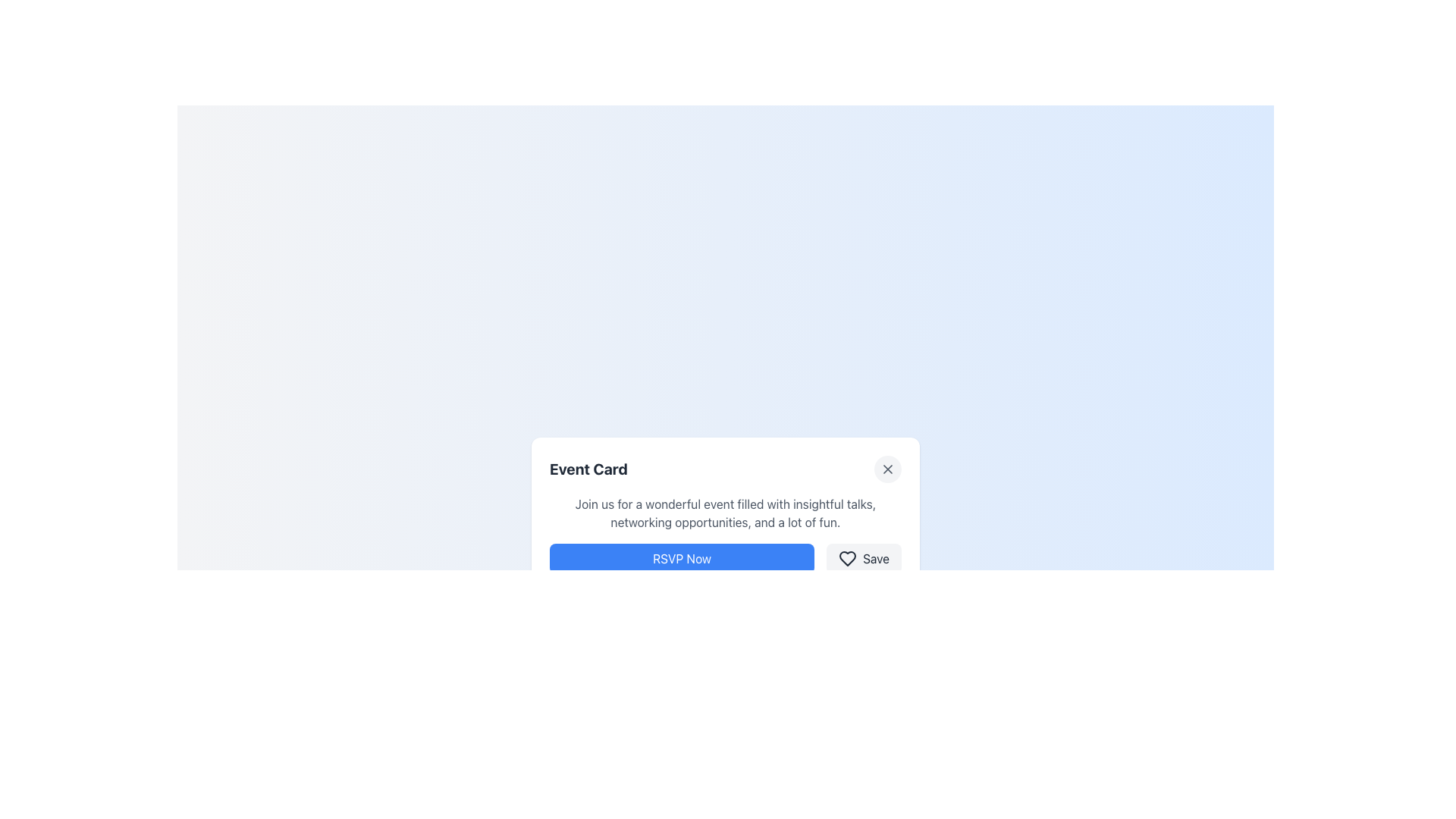  What do you see at coordinates (888, 468) in the screenshot?
I see `the 'X' icon button used for closing or dismissing an item, which is styled with a cross mark and is located in the top-right corner of the 'Event Card.'` at bounding box center [888, 468].